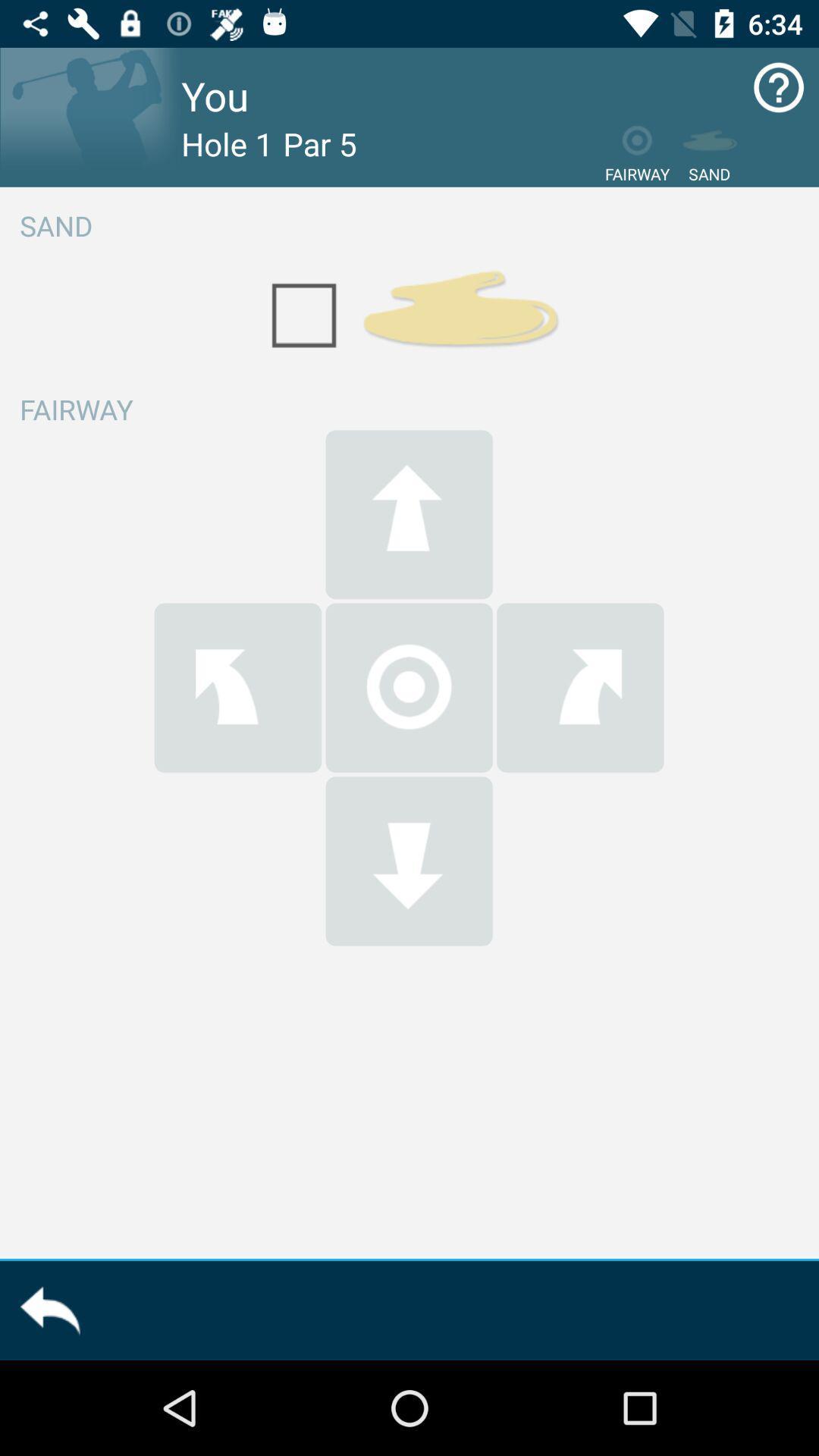 The image size is (819, 1456). Describe the element at coordinates (779, 86) in the screenshot. I see `the help icon` at that location.